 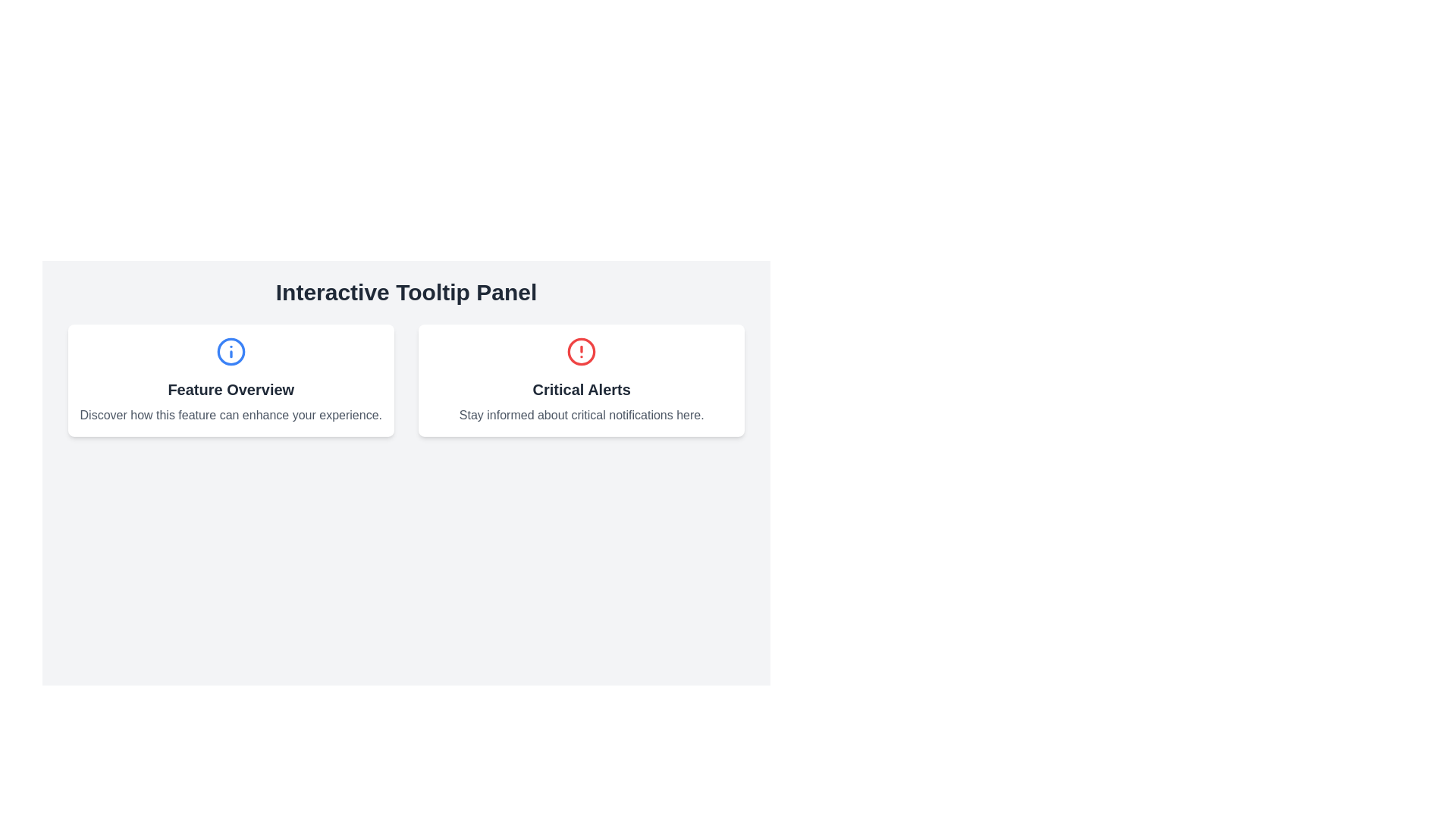 What do you see at coordinates (581, 351) in the screenshot?
I see `the alert icon located at the top center of the 'Critical Alerts' card` at bounding box center [581, 351].